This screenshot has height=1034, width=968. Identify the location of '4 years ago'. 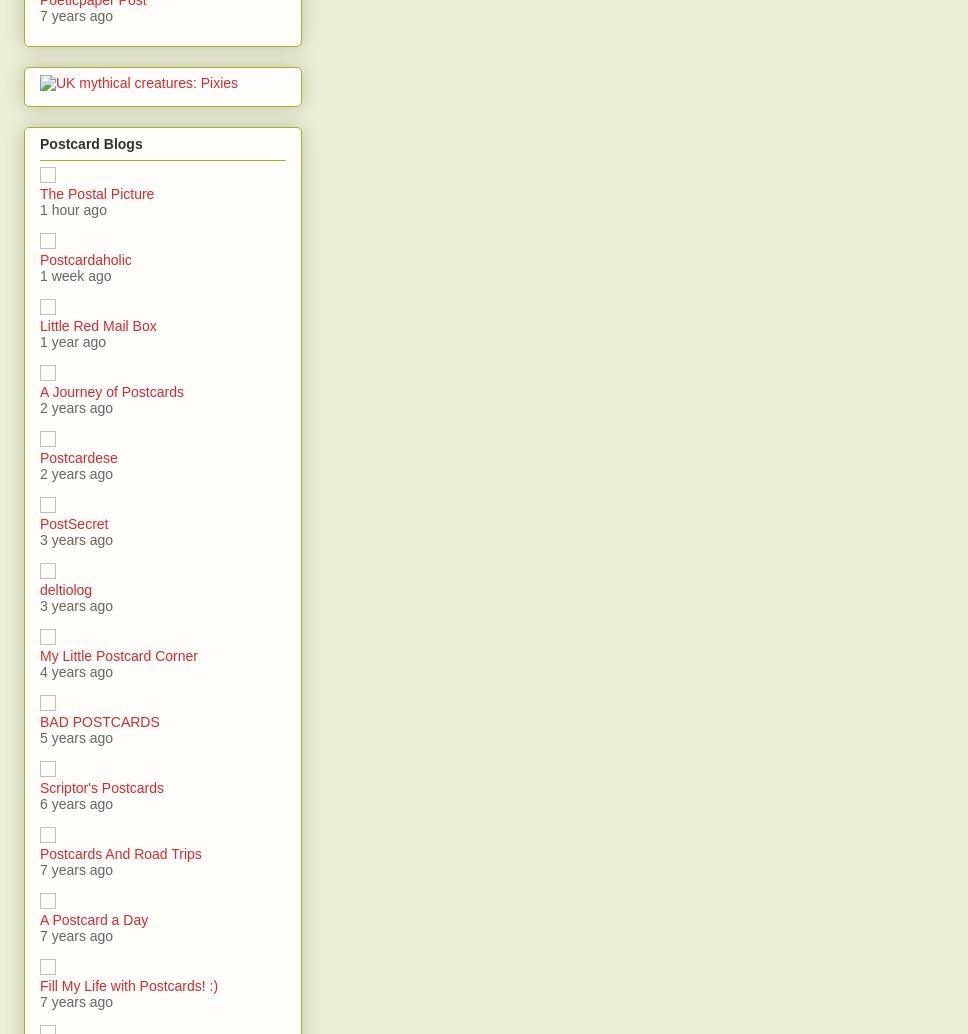
(75, 671).